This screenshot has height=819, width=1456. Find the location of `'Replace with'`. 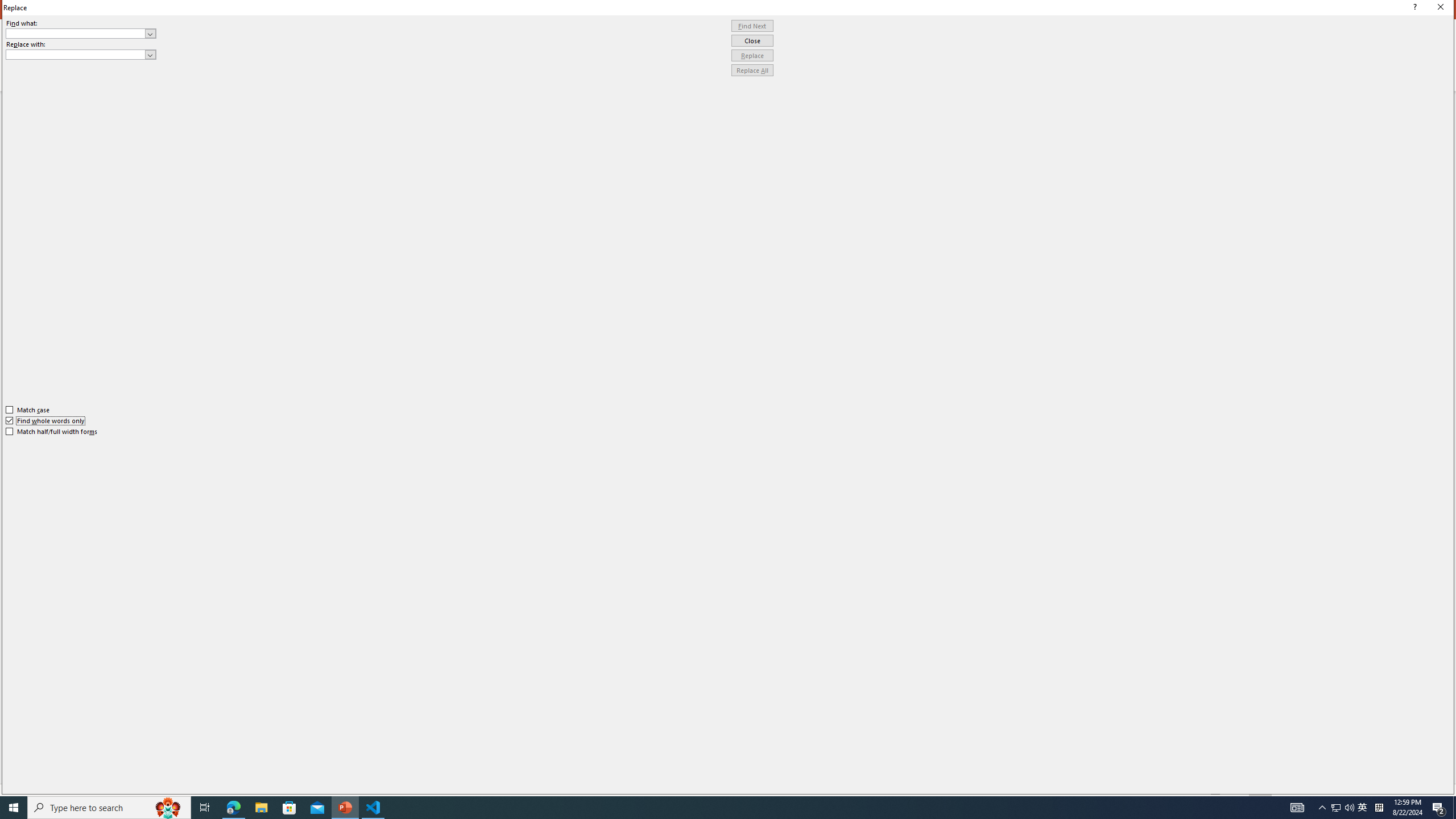

'Replace with' is located at coordinates (76, 54).